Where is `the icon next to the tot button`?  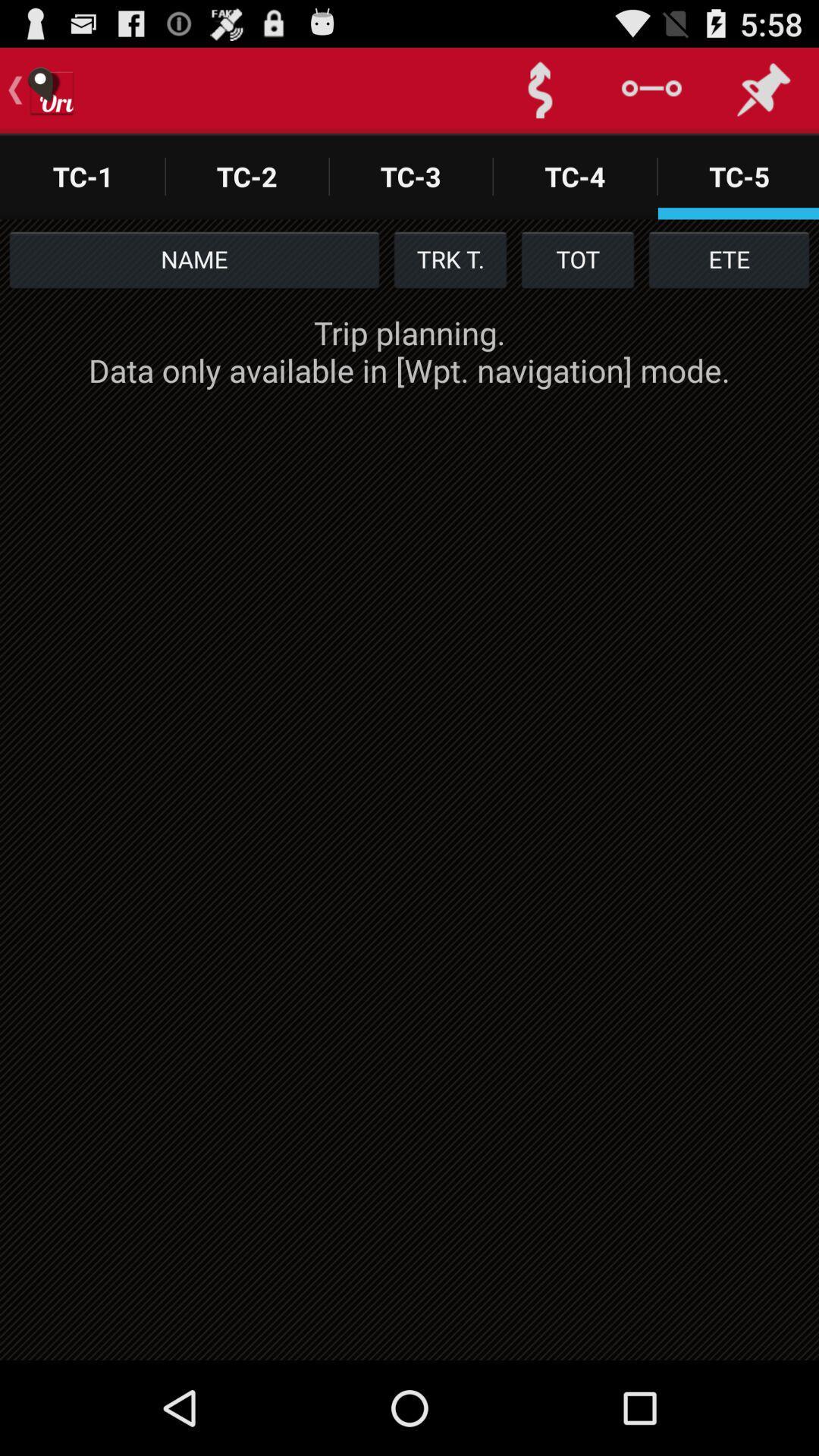 the icon next to the tot button is located at coordinates (450, 259).